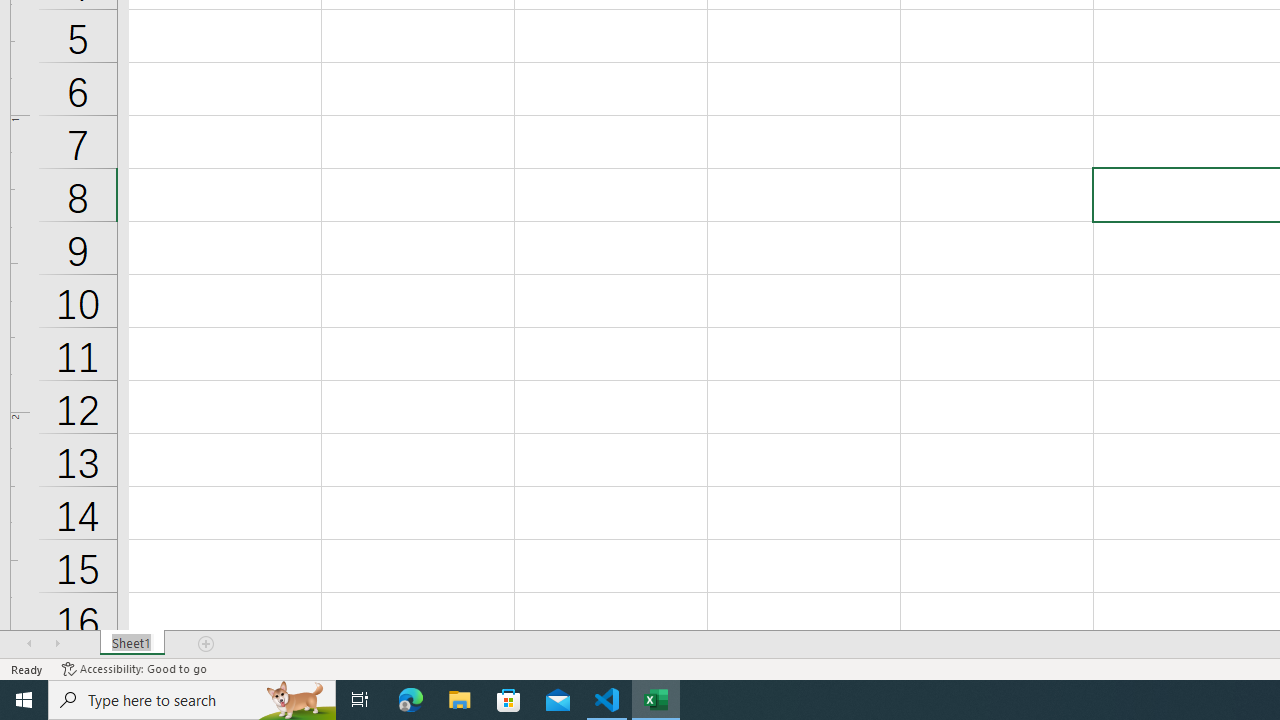 The height and width of the screenshot is (720, 1280). Describe the element at coordinates (133, 669) in the screenshot. I see `'Accessibility Checker Accessibility: Good to go'` at that location.